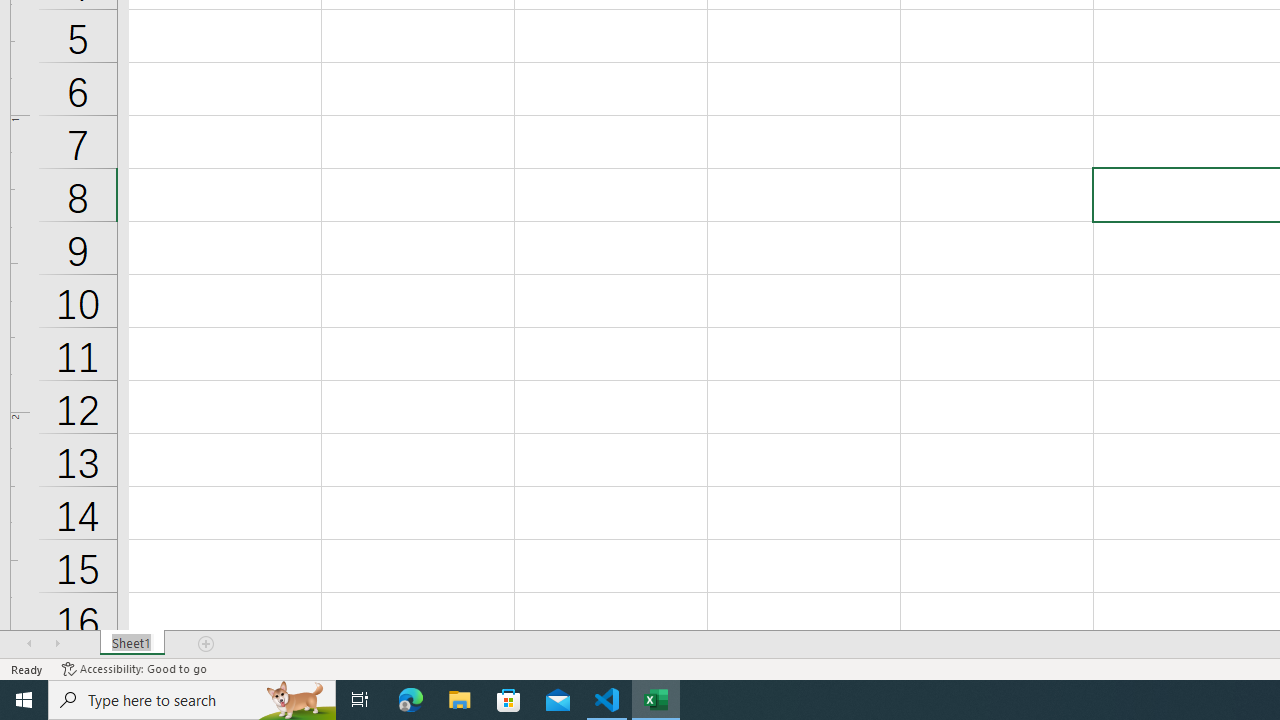 The height and width of the screenshot is (720, 1280). Describe the element at coordinates (133, 669) in the screenshot. I see `'Accessibility Checker Accessibility: Good to go'` at that location.